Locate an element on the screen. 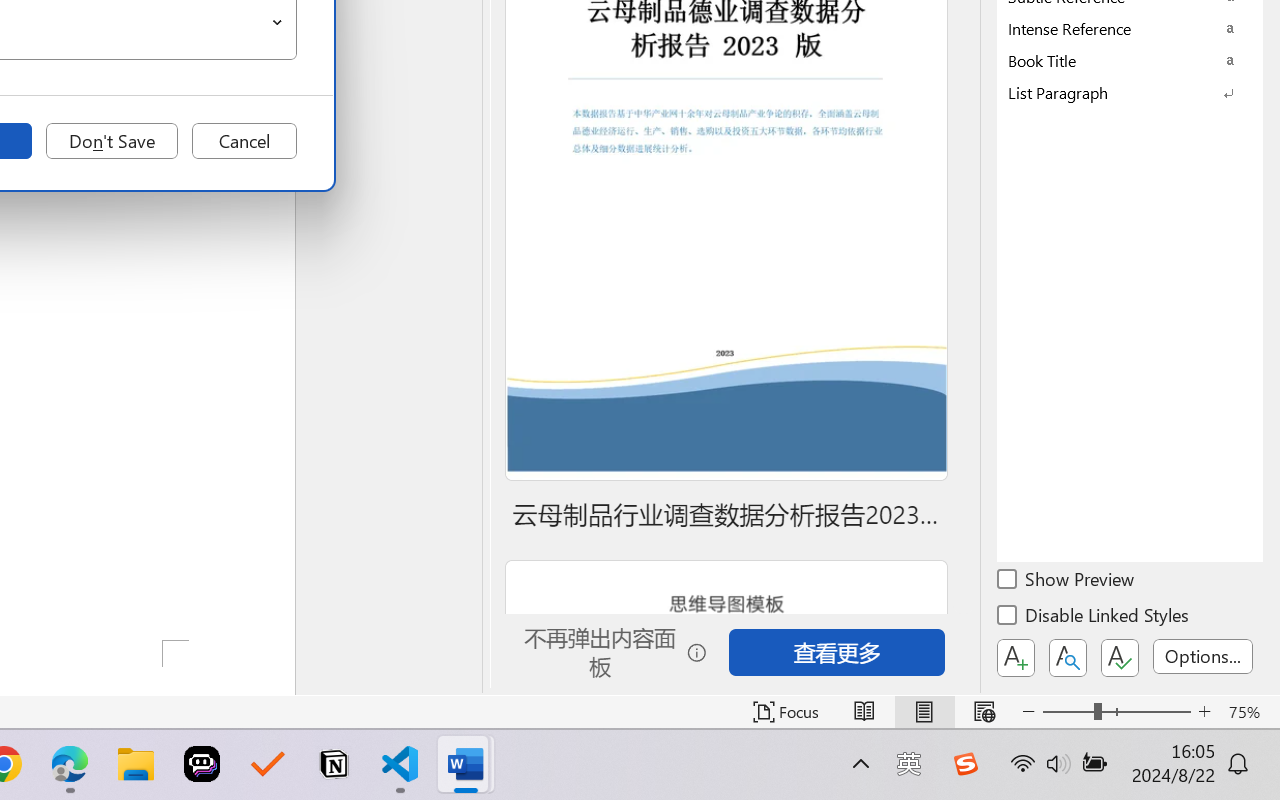 This screenshot has height=800, width=1280. 'Class: Image' is located at coordinates (965, 764).